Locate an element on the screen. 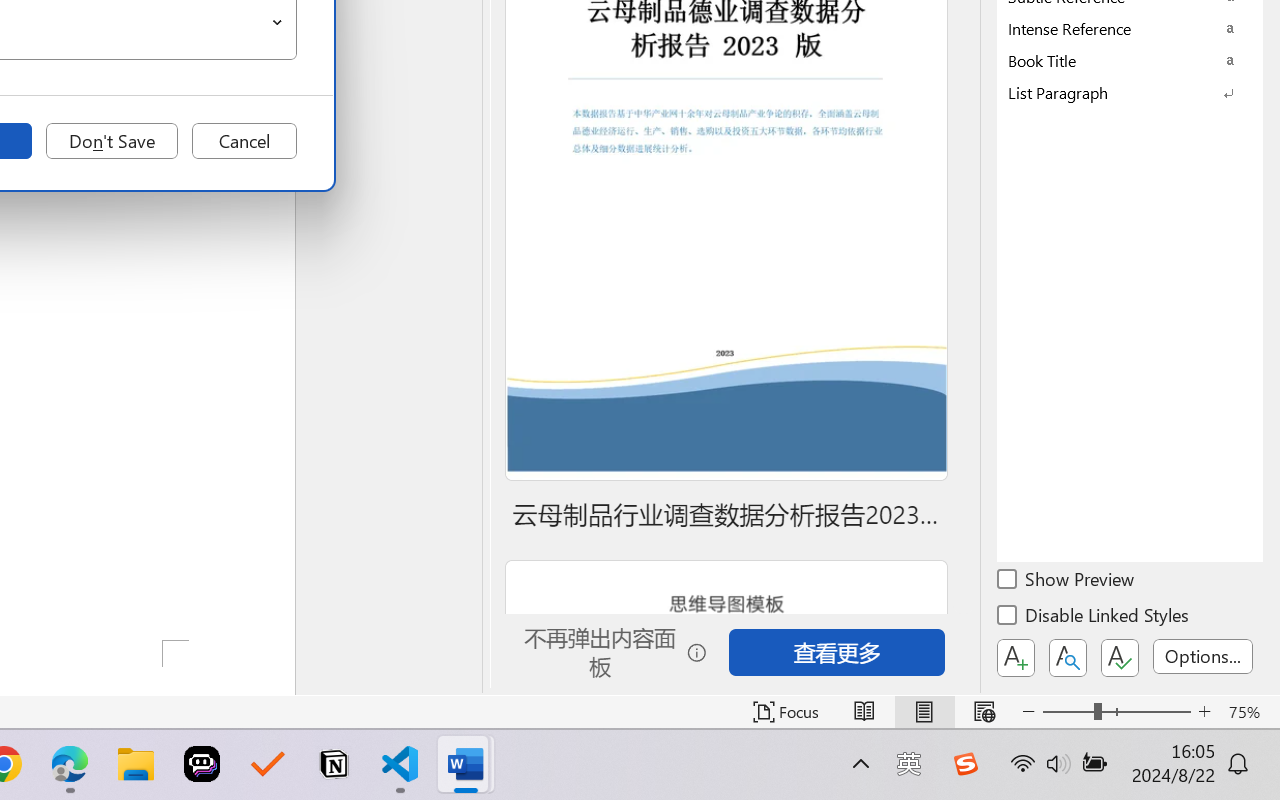 This screenshot has height=800, width=1280. 'Class: Image' is located at coordinates (965, 764).